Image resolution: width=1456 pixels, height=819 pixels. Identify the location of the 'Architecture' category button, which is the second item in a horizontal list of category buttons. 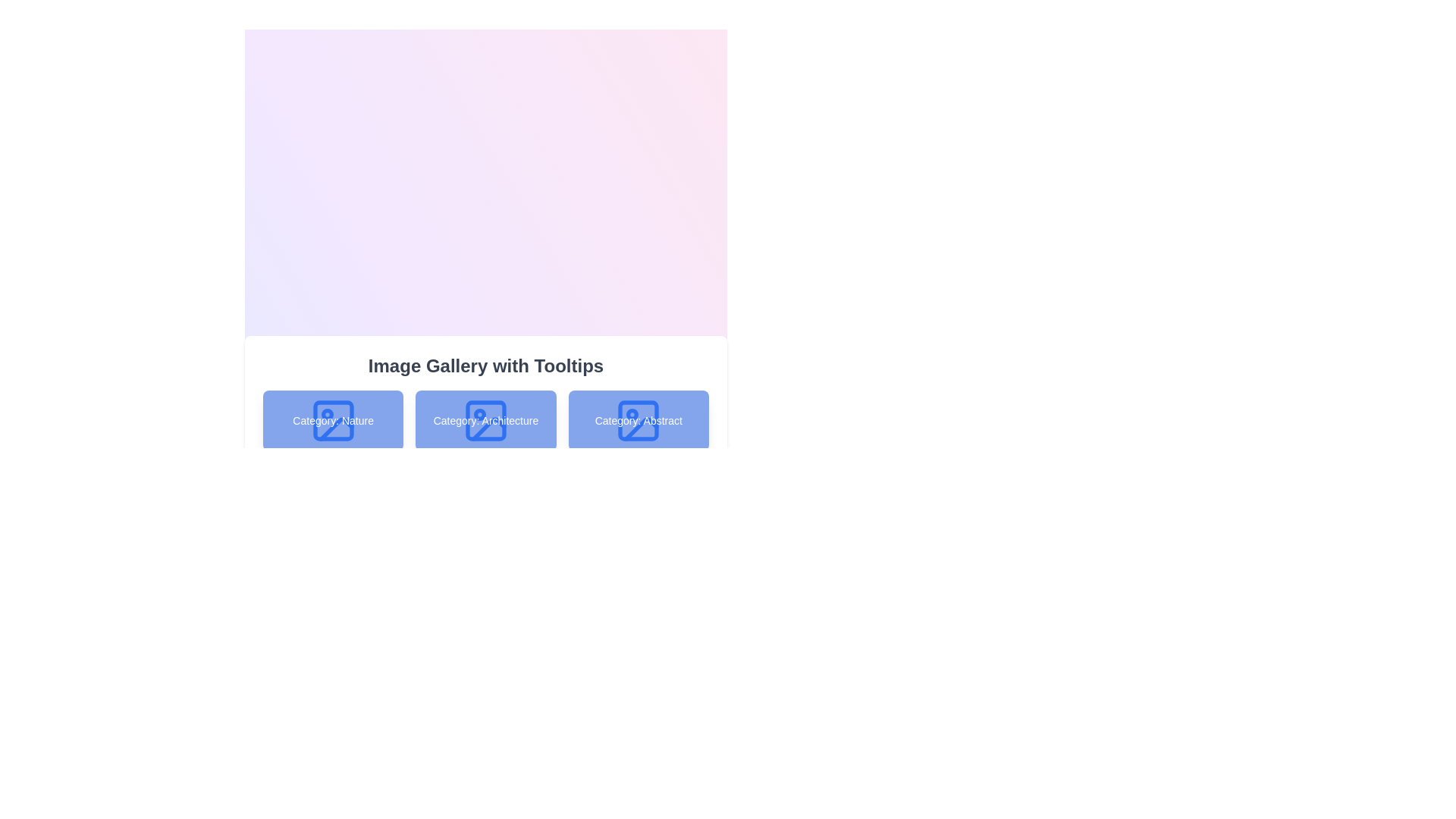
(485, 421).